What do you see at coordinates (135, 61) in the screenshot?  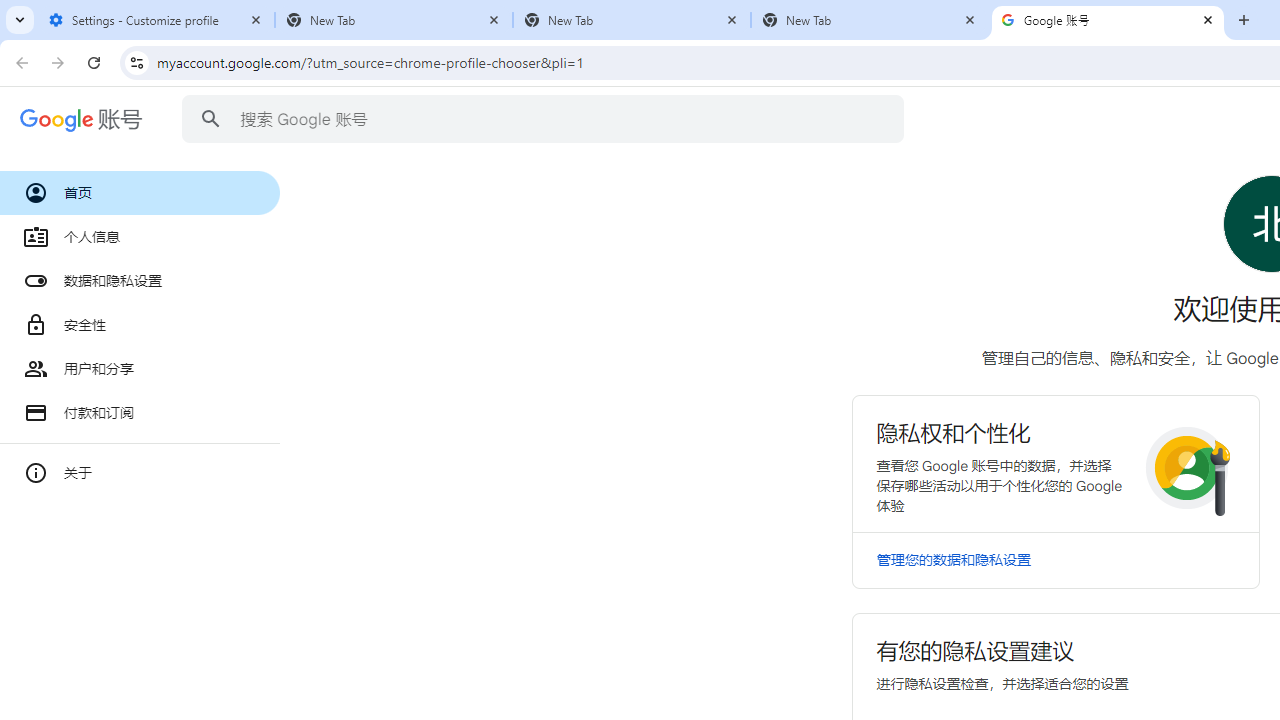 I see `'View site information'` at bounding box center [135, 61].